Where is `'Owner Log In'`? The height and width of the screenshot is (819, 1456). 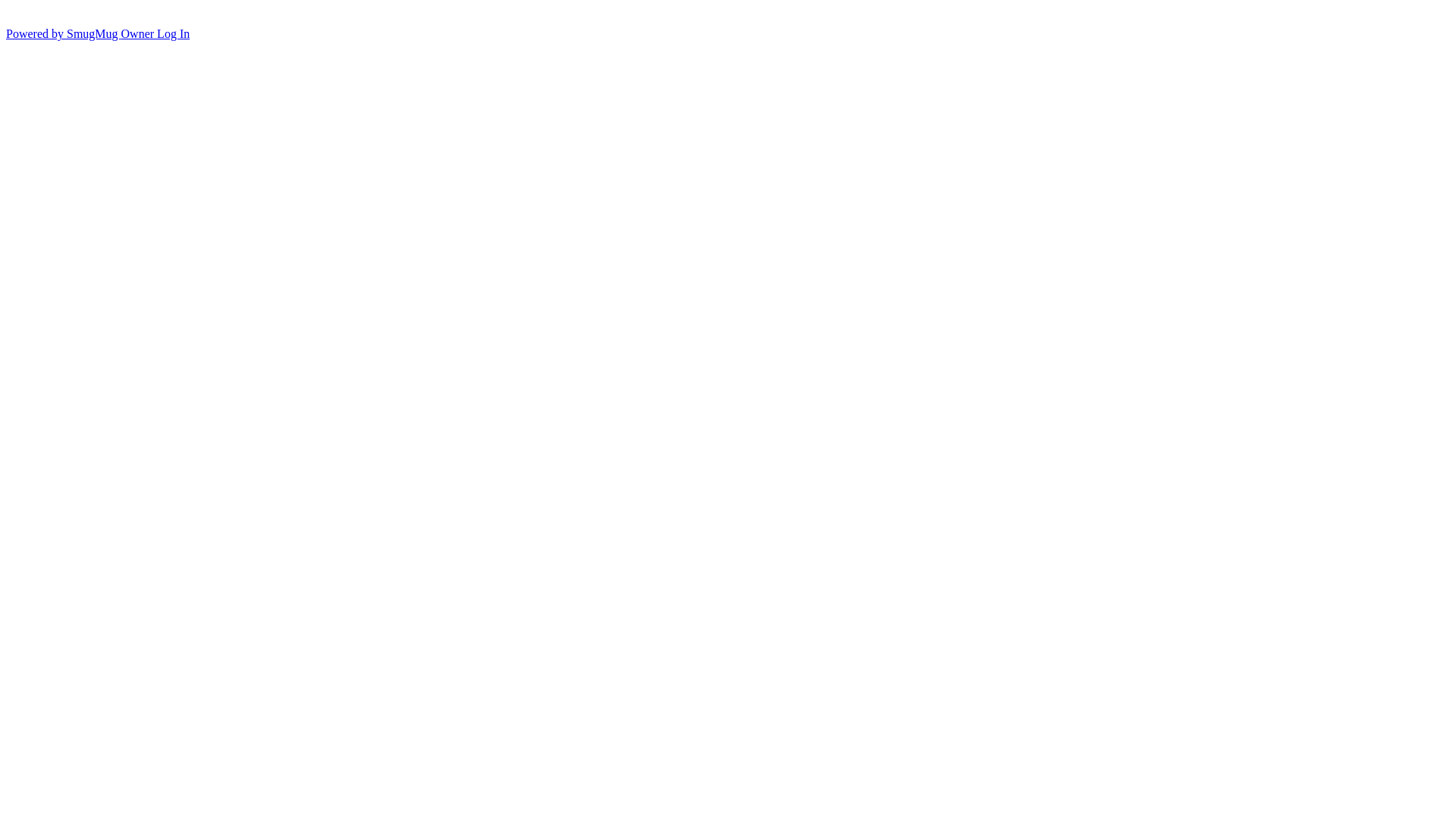
'Owner Log In' is located at coordinates (155, 33).